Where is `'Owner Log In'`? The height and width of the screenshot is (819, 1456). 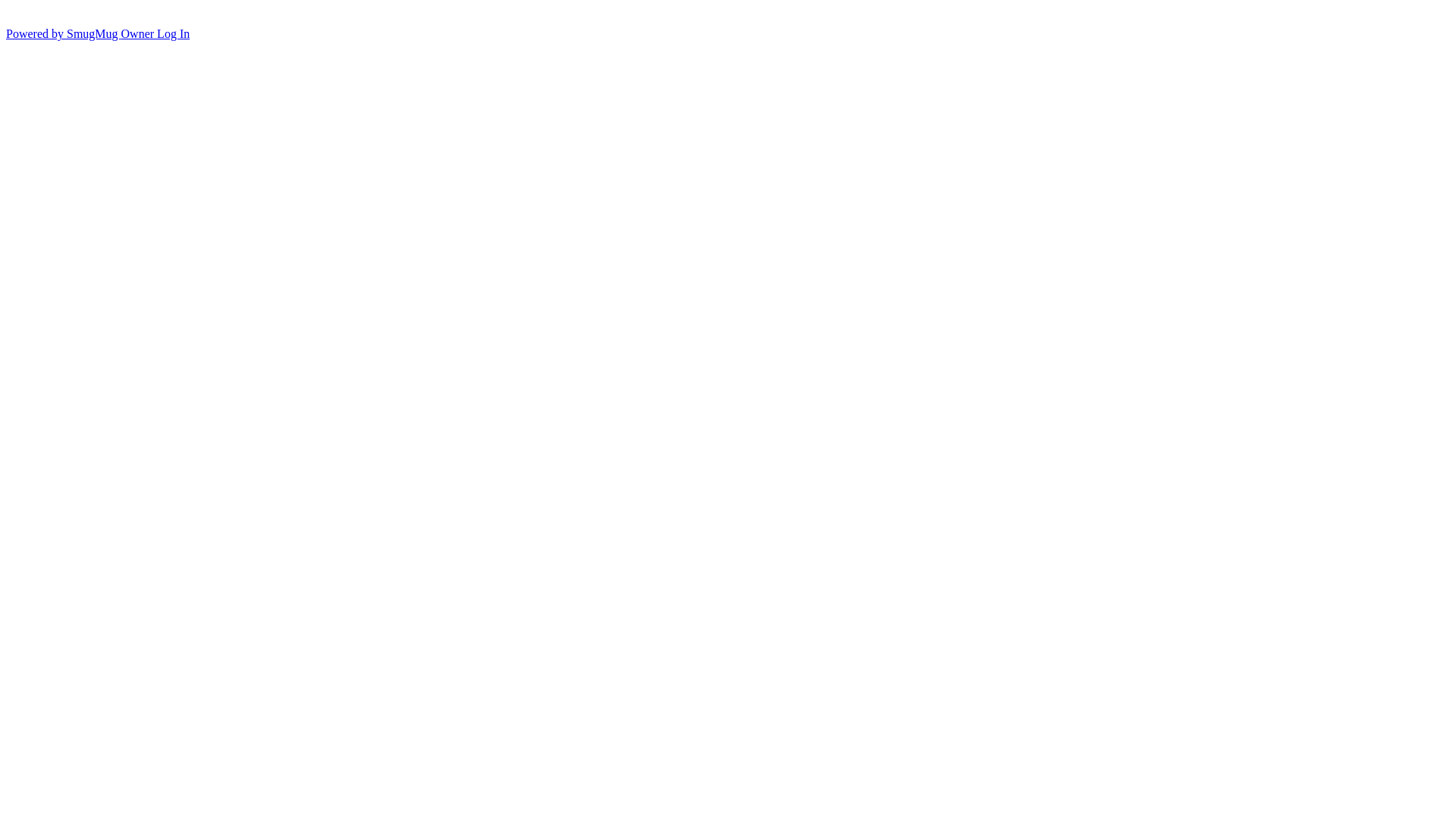
'Owner Log In' is located at coordinates (155, 33).